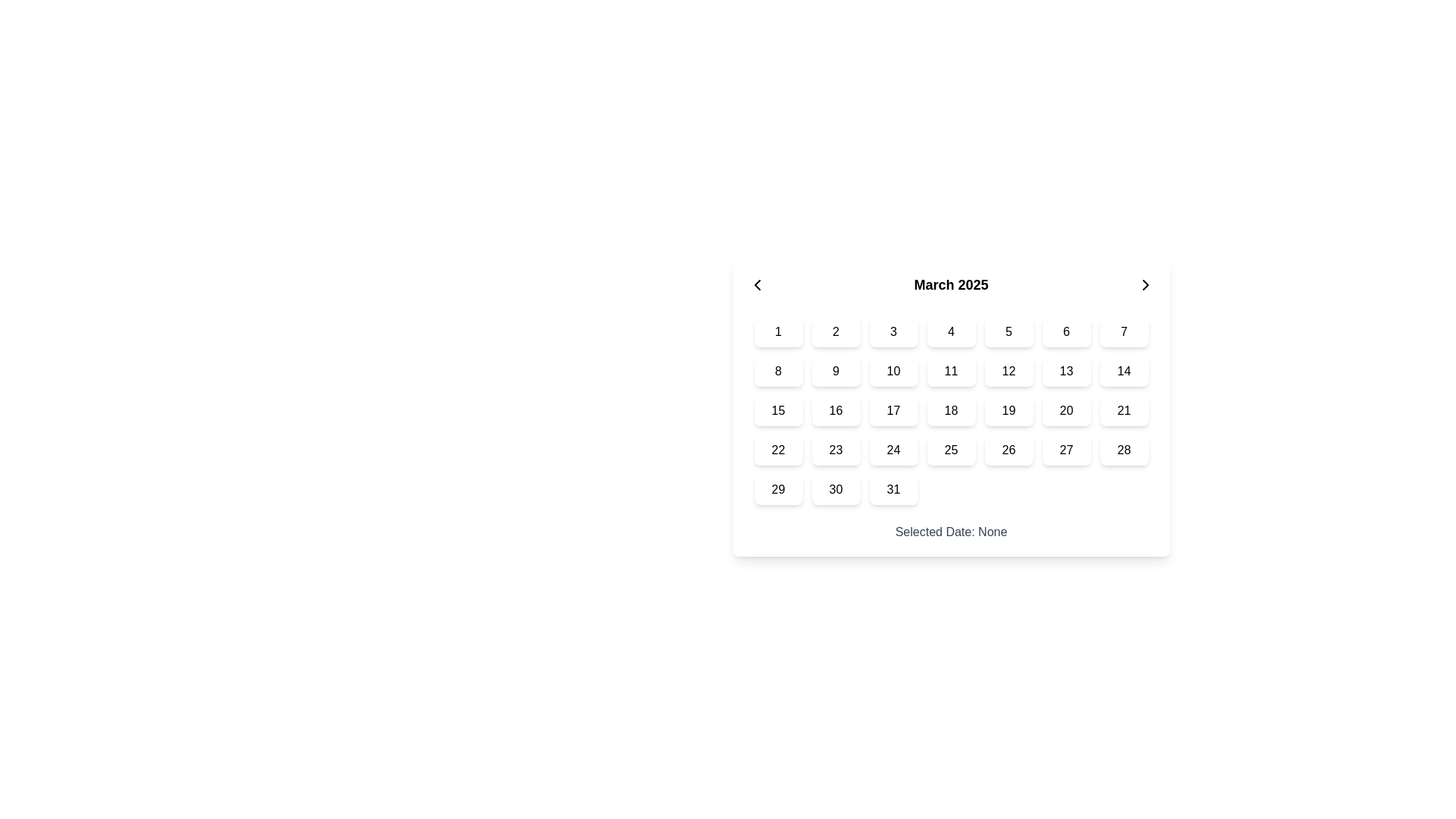  Describe the element at coordinates (1145, 284) in the screenshot. I see `the chevron-right SVG element` at that location.